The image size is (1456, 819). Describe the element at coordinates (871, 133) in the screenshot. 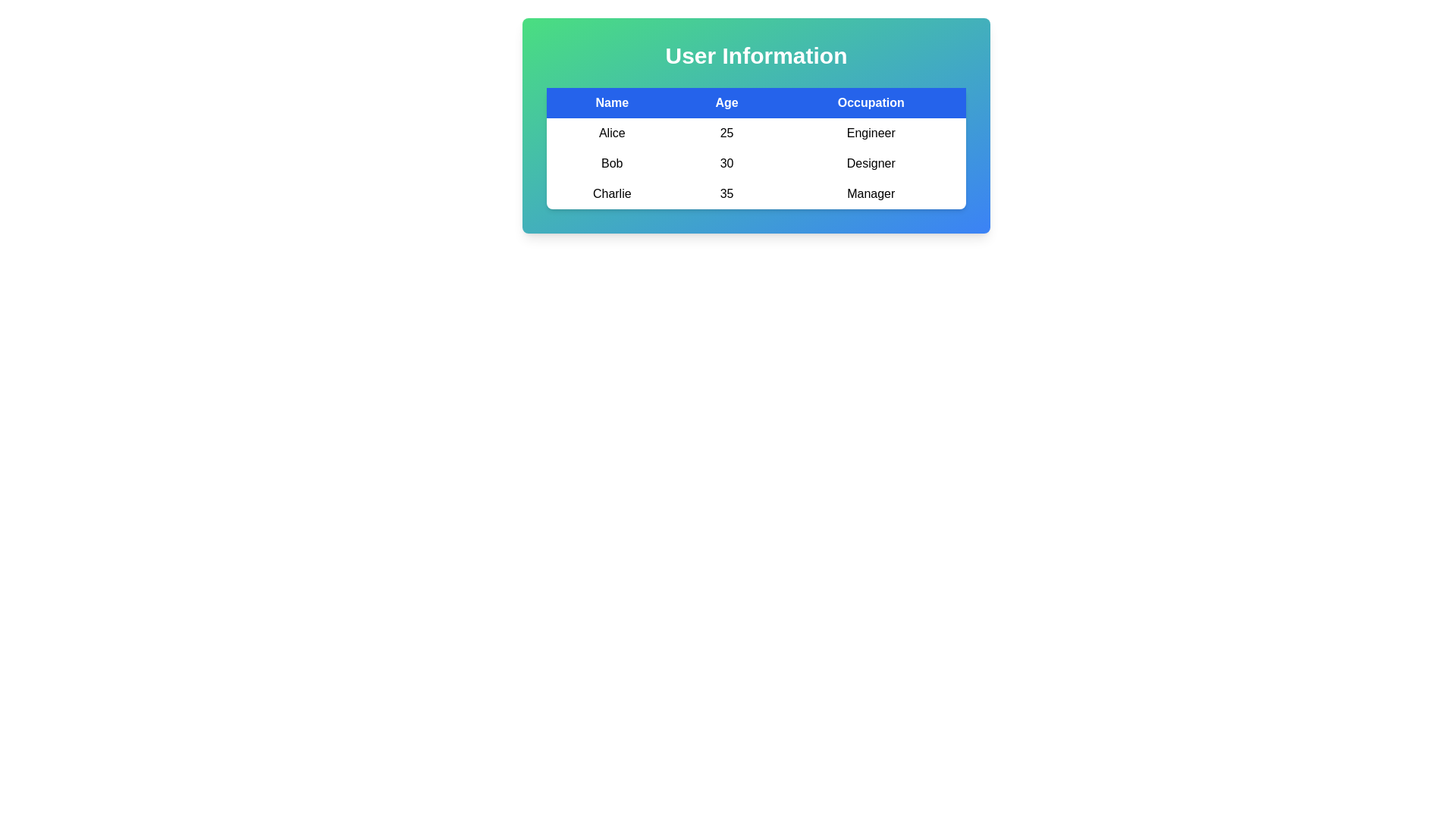

I see `text 'Engineer' from the table cell located in the third cell of the first row in the 'Occupation' column under the 'User Information' section` at that location.